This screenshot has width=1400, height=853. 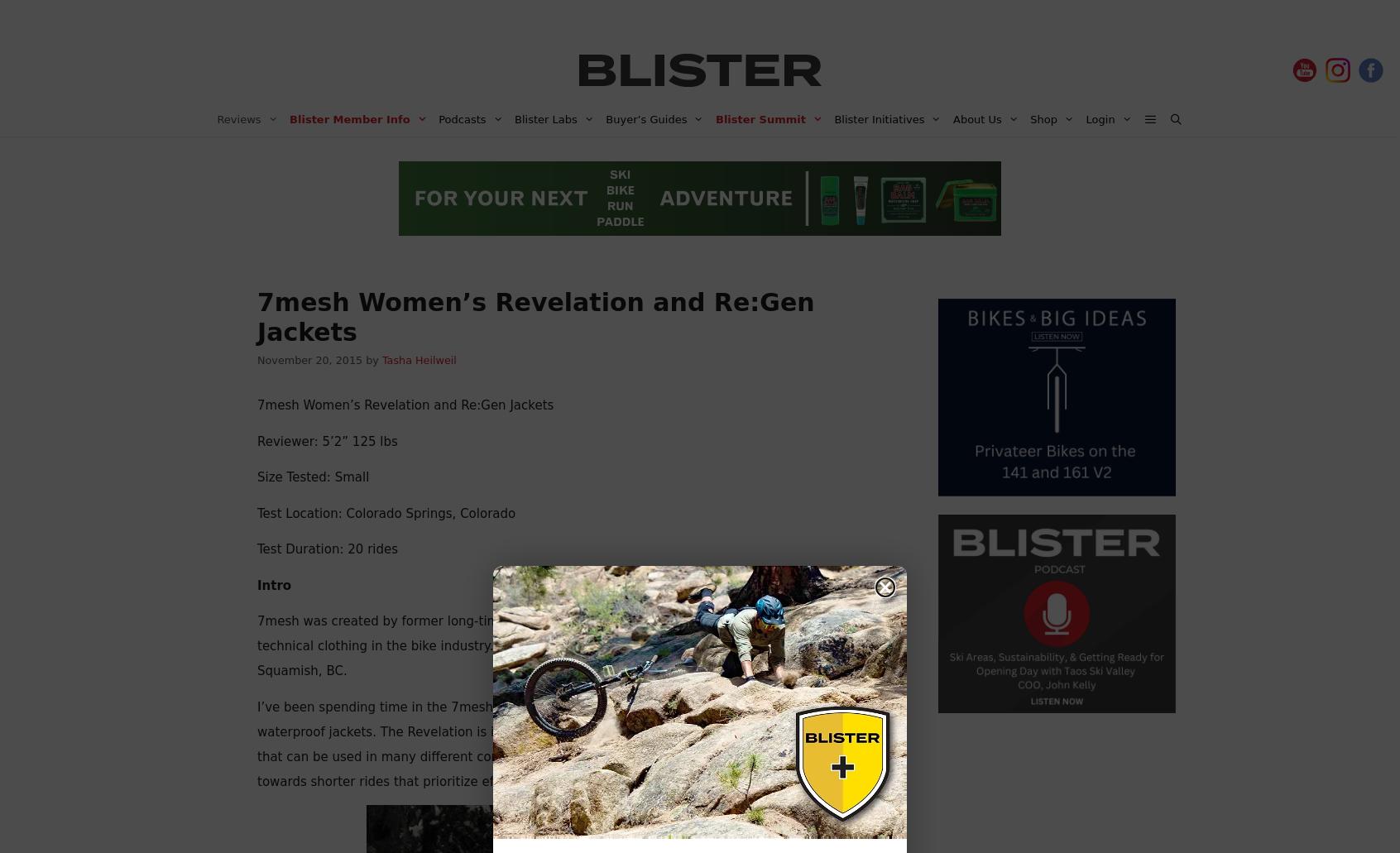 I want to click on 'Tasha Heilweil', so click(x=419, y=360).